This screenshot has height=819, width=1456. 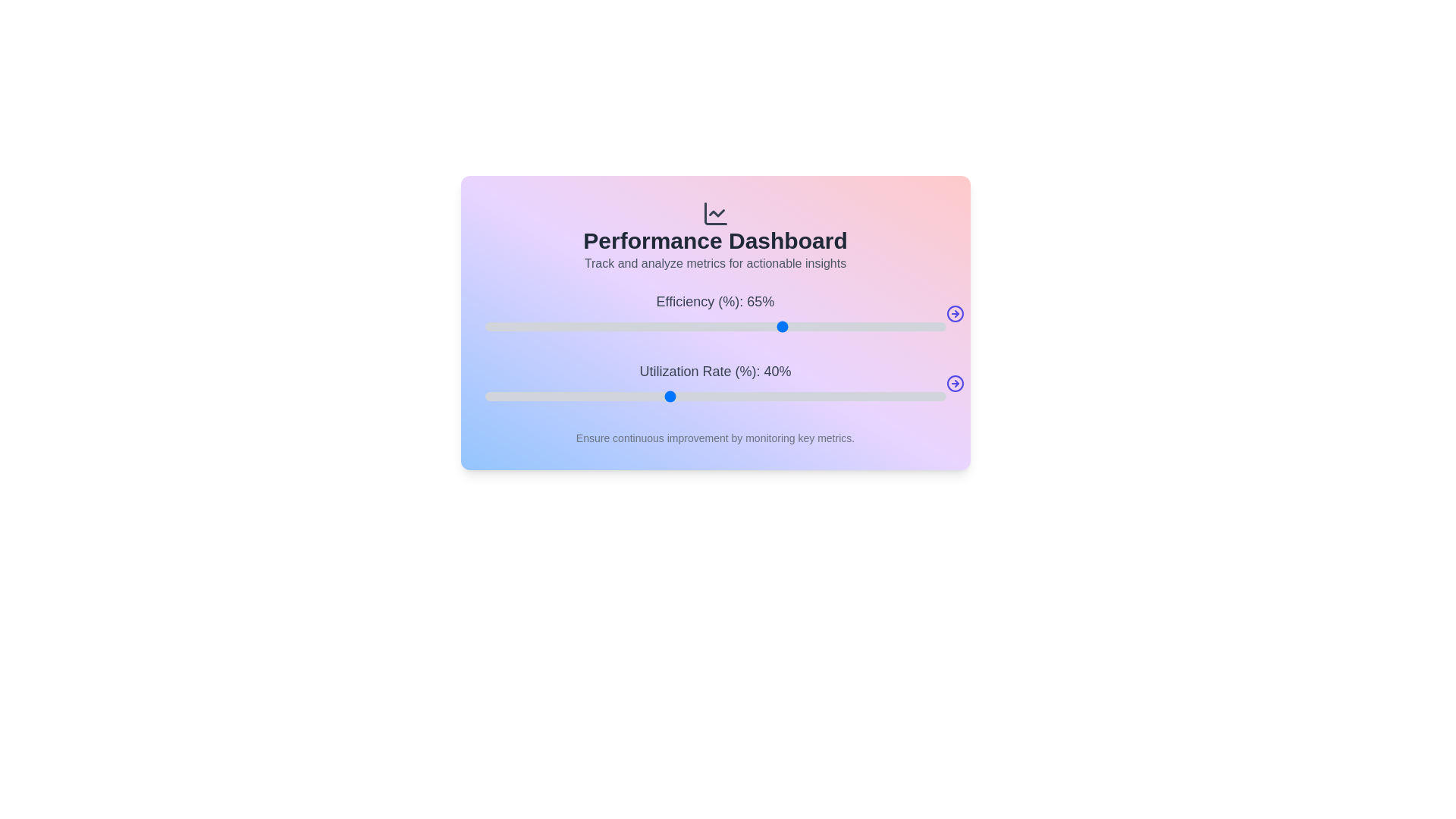 What do you see at coordinates (936, 396) in the screenshot?
I see `the Utilization Rate slider to 98%` at bounding box center [936, 396].